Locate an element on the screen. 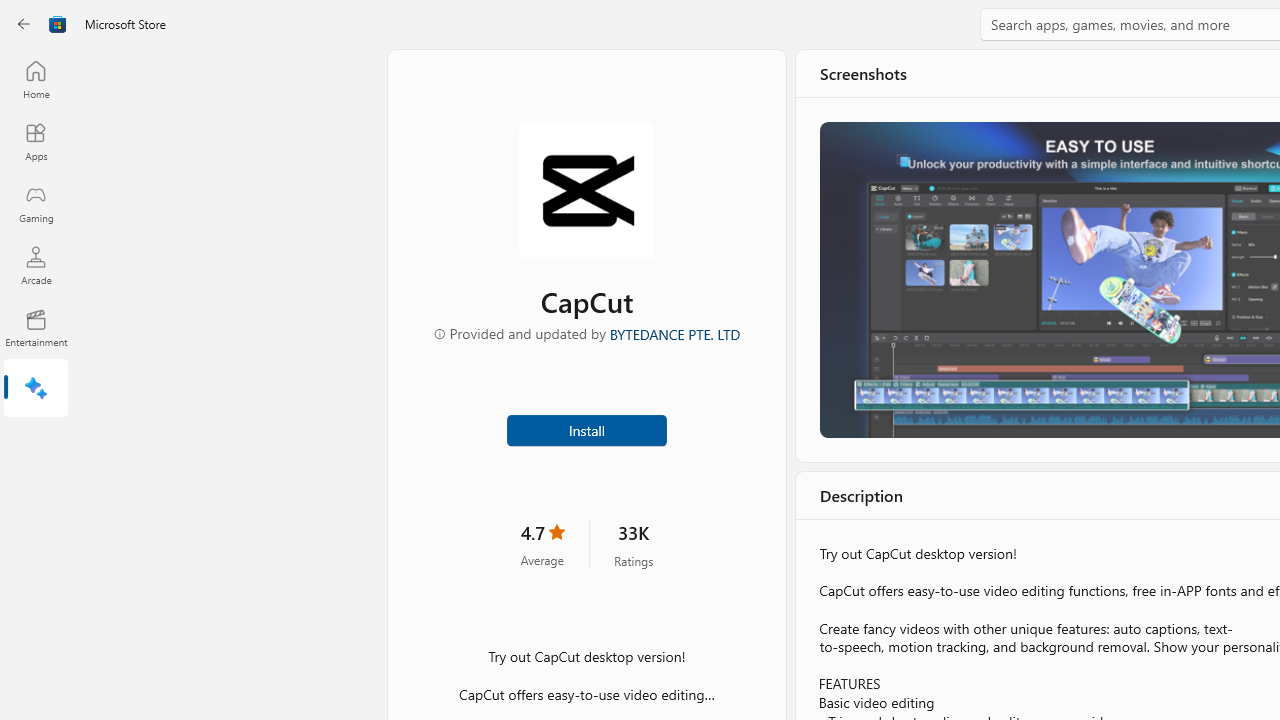  'Install' is located at coordinates (585, 428).